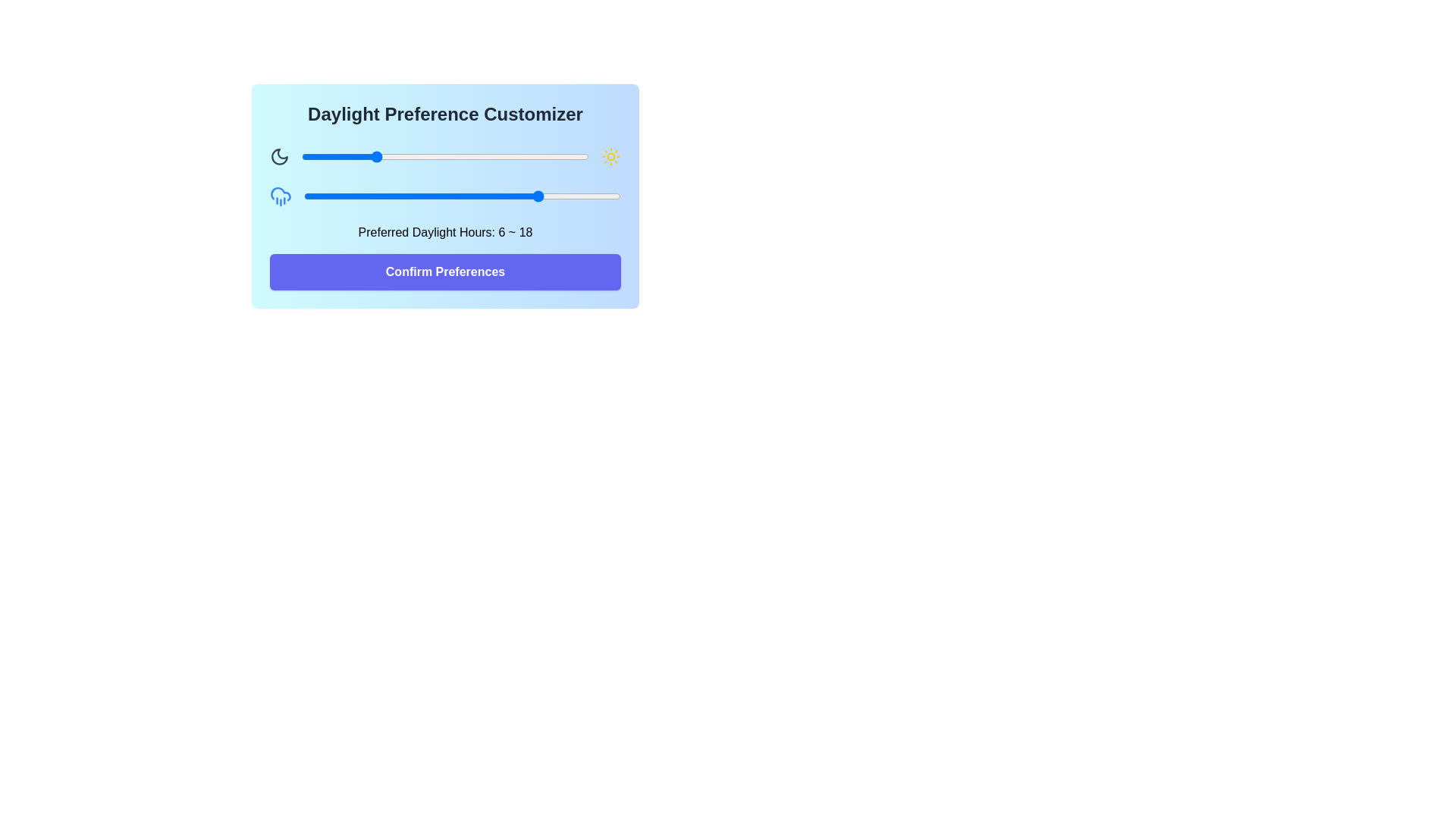 This screenshot has width=1456, height=819. What do you see at coordinates (563, 157) in the screenshot?
I see `the daylight preference` at bounding box center [563, 157].